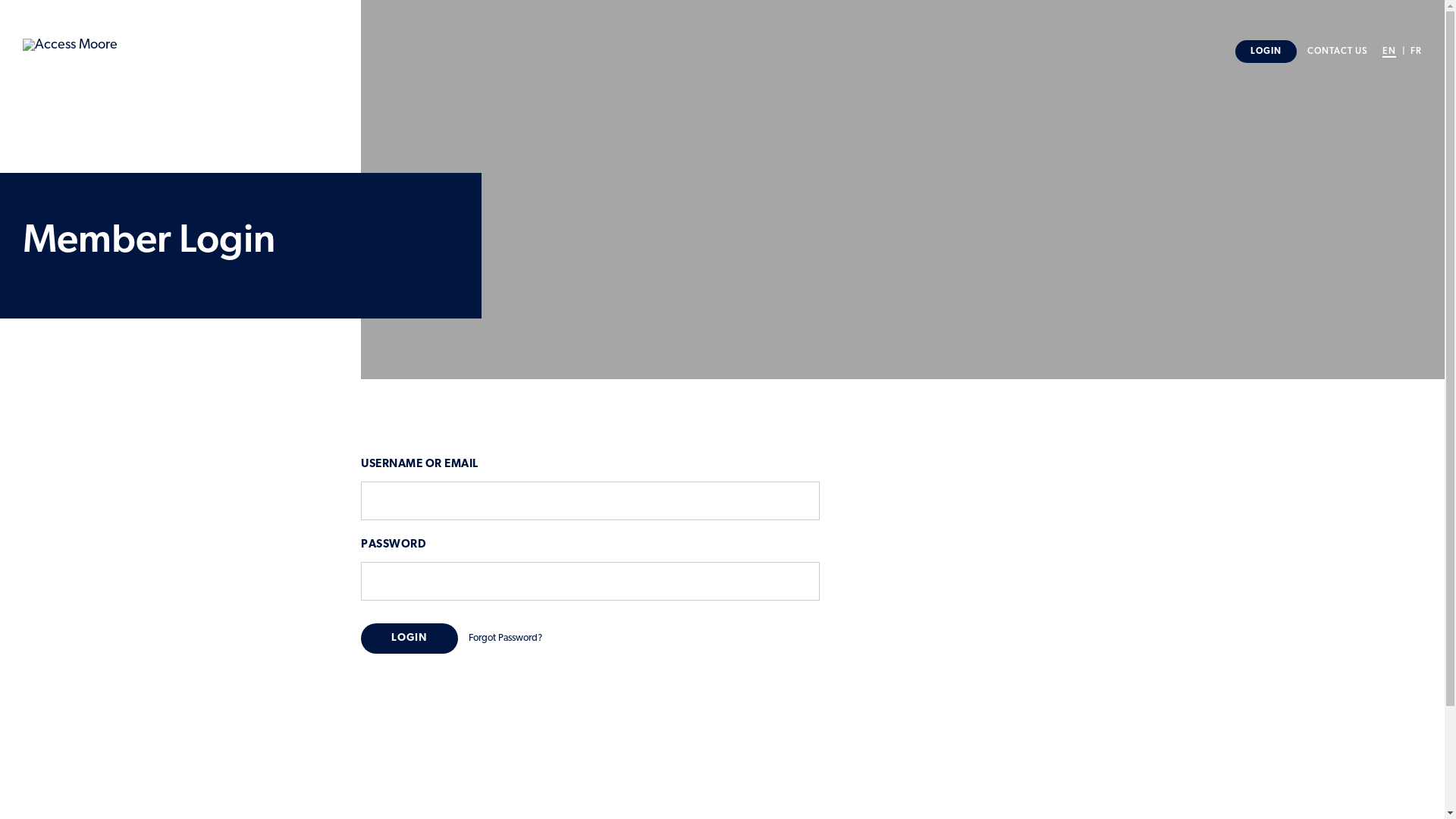 The image size is (1456, 819). What do you see at coordinates (1389, 52) in the screenshot?
I see `'EN'` at bounding box center [1389, 52].